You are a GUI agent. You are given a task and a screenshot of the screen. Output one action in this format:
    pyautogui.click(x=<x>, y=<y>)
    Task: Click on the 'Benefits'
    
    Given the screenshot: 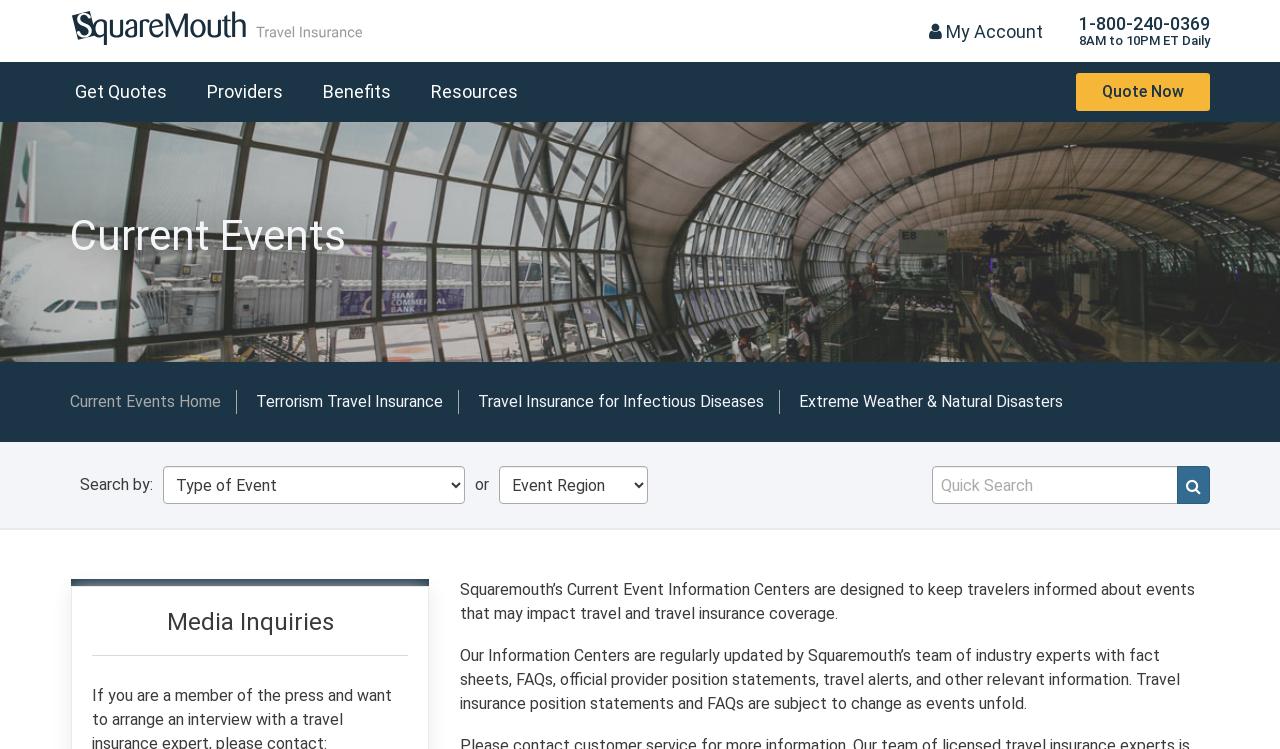 What is the action you would take?
    pyautogui.click(x=356, y=90)
    